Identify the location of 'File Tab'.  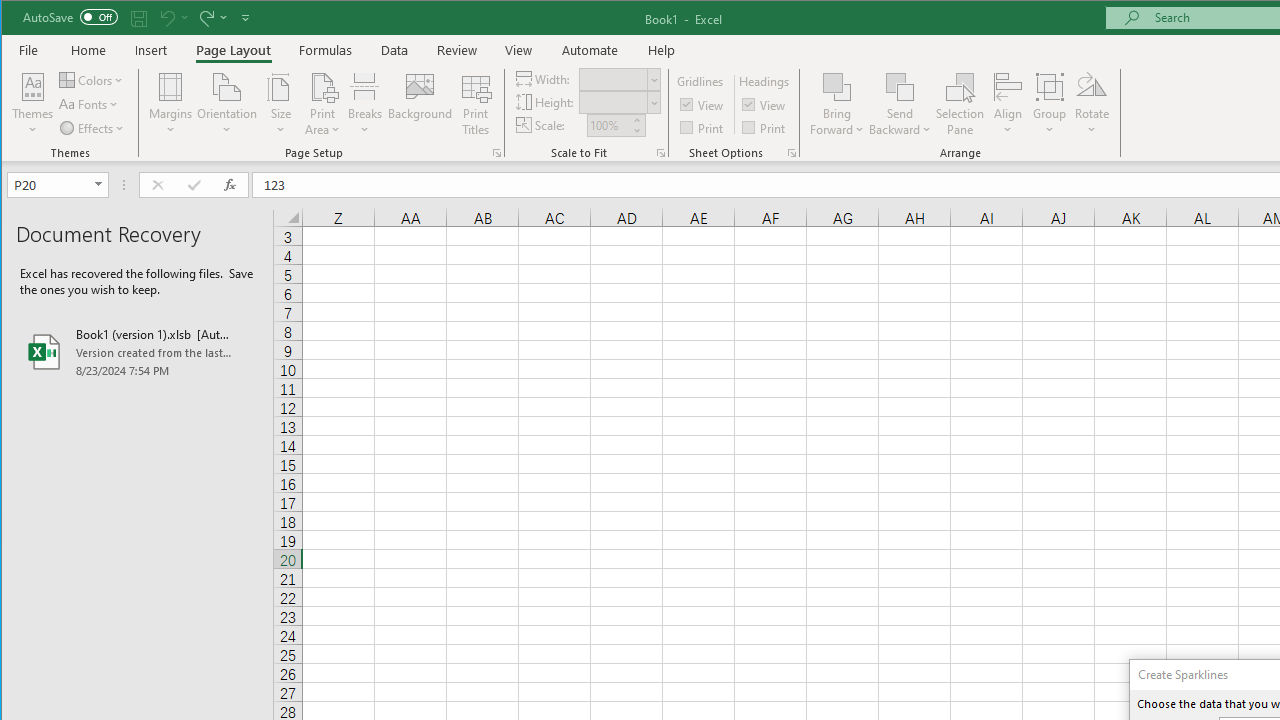
(29, 49).